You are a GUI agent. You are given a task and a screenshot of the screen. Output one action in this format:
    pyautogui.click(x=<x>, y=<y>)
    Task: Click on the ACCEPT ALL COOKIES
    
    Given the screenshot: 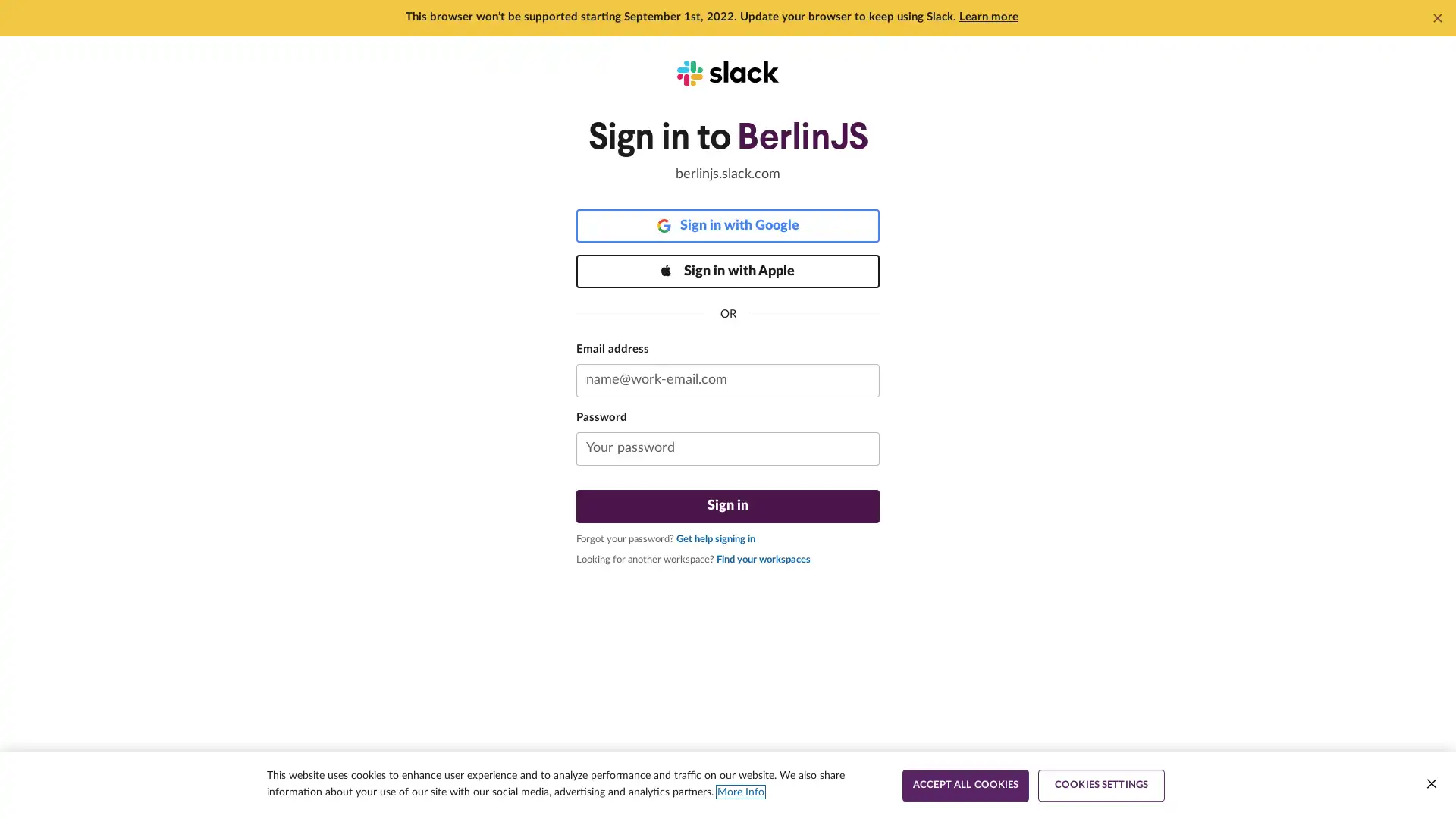 What is the action you would take?
    pyautogui.click(x=965, y=785)
    